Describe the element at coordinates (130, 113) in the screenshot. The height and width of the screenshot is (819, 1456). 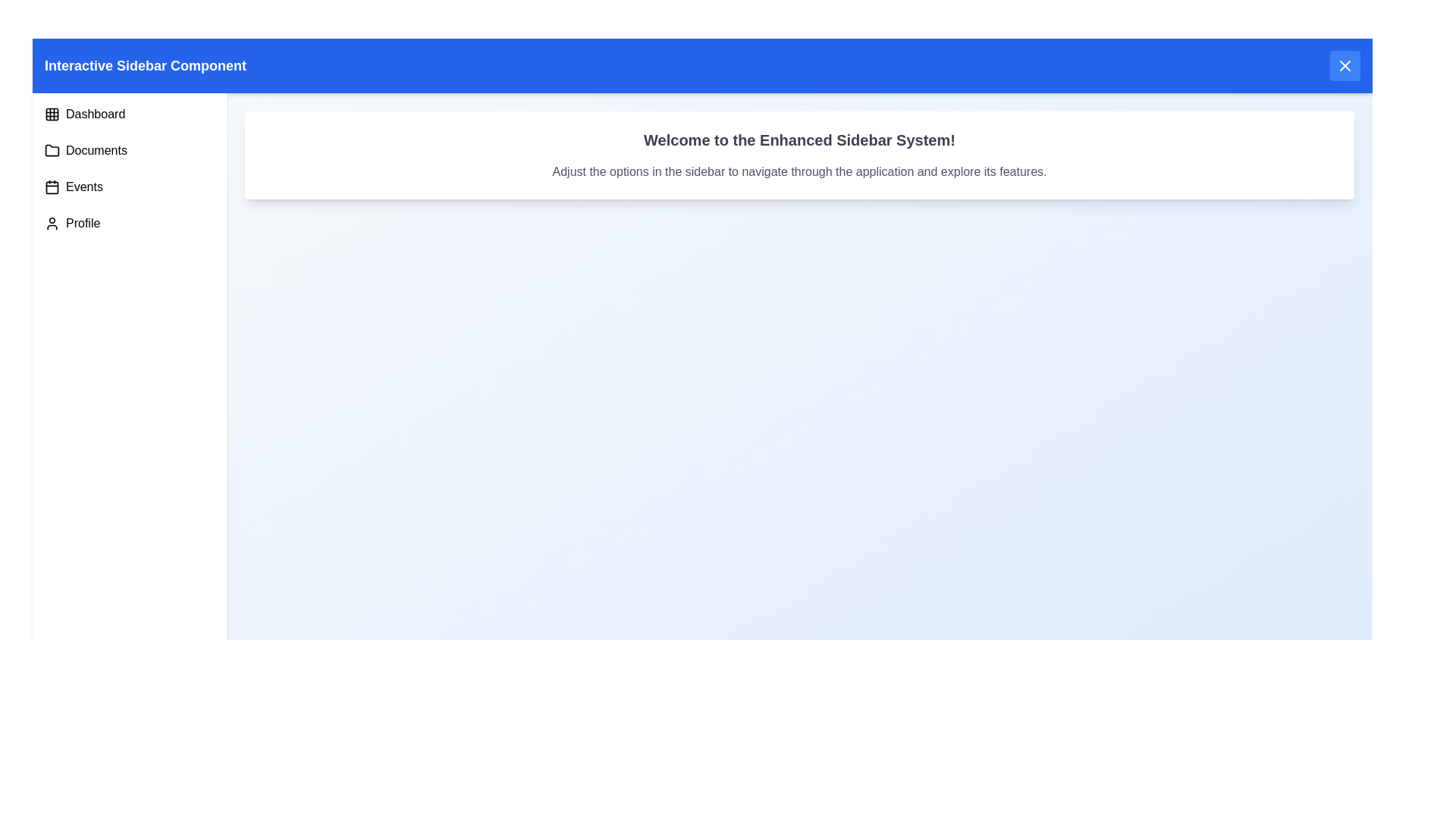
I see `the 'Dashboard' menu item in the vertical sidebar` at that location.